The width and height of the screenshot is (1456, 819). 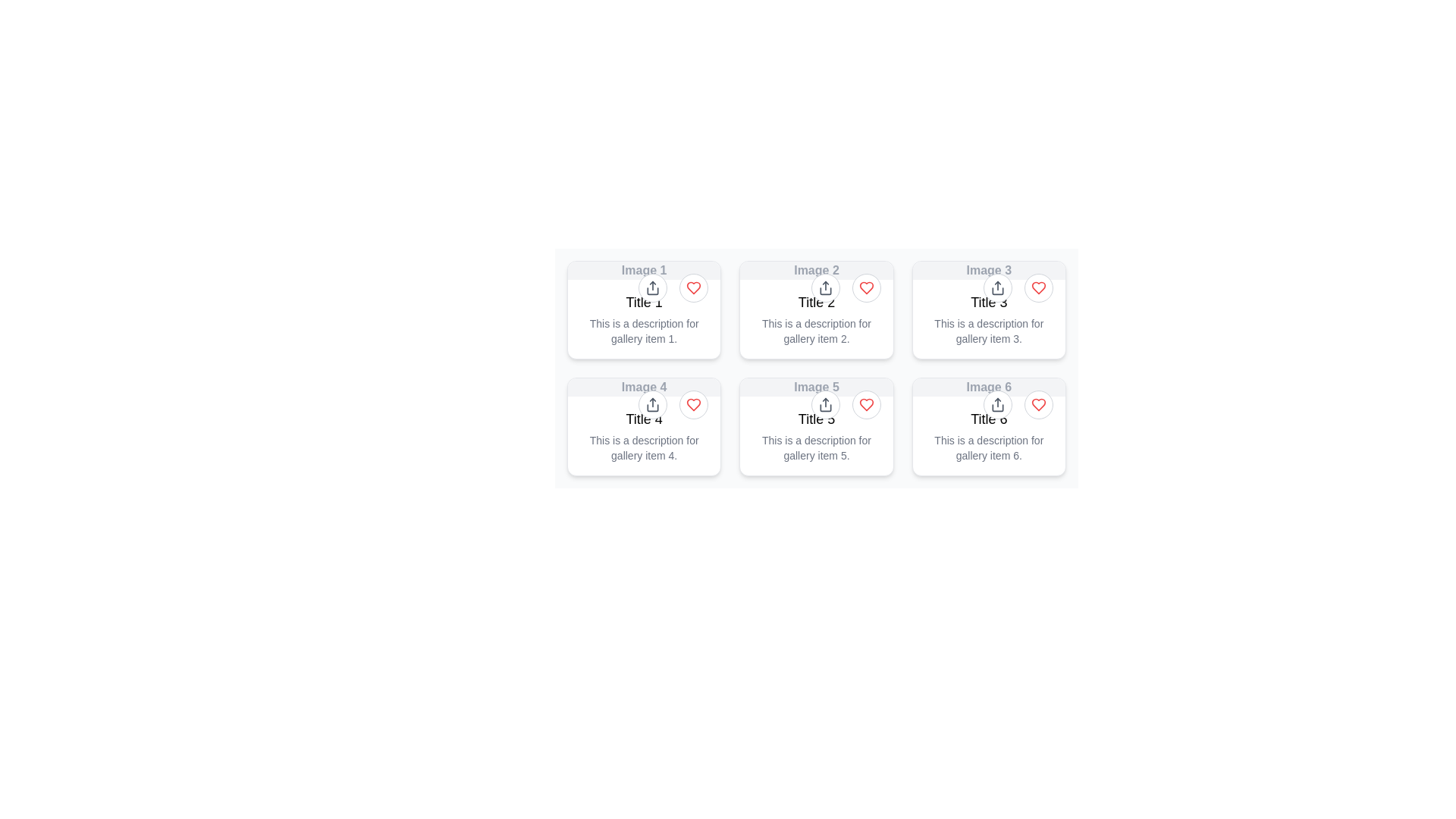 I want to click on the favorite/unfavorite button located in the upper-right corner of the card labeled 'Title 2' to mark the associated item as a favorite or unfavorite, so click(x=866, y=288).